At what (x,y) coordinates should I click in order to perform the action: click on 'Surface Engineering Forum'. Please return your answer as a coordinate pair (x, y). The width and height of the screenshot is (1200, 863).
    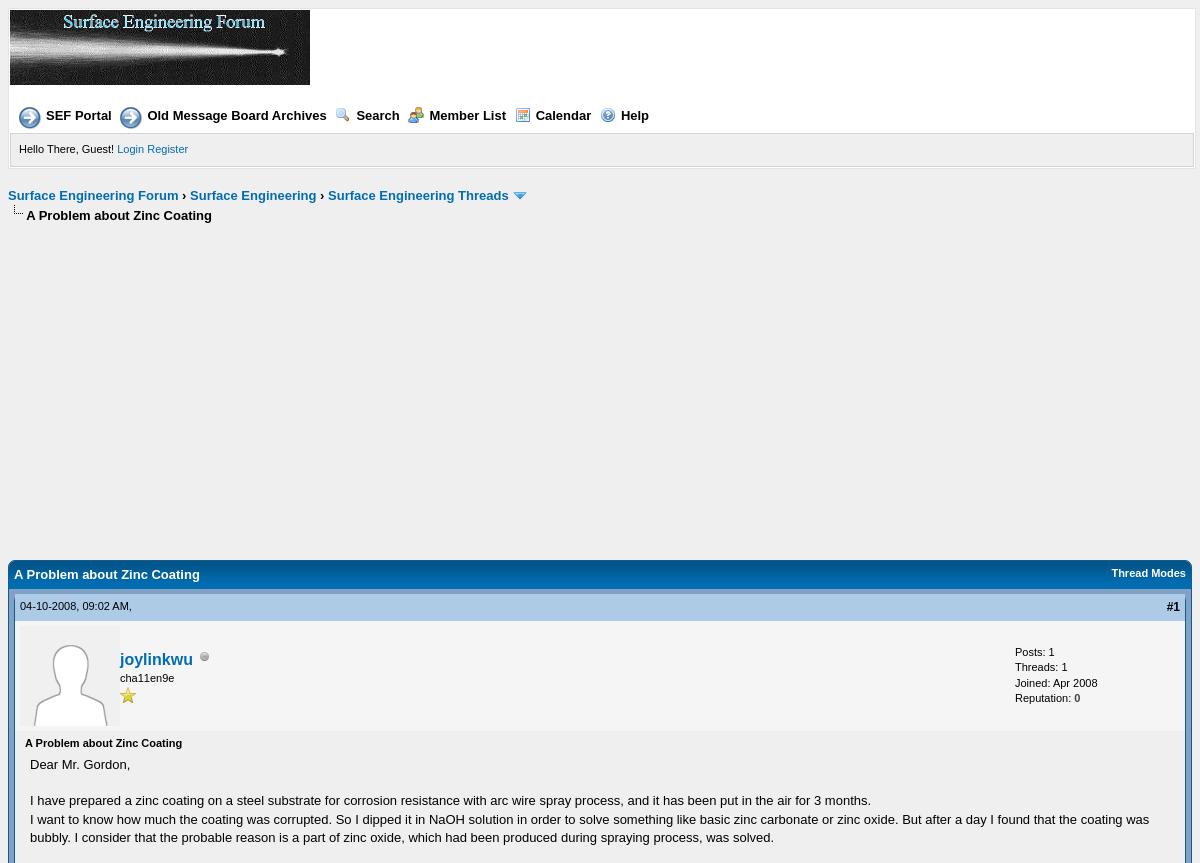
    Looking at the image, I should click on (93, 194).